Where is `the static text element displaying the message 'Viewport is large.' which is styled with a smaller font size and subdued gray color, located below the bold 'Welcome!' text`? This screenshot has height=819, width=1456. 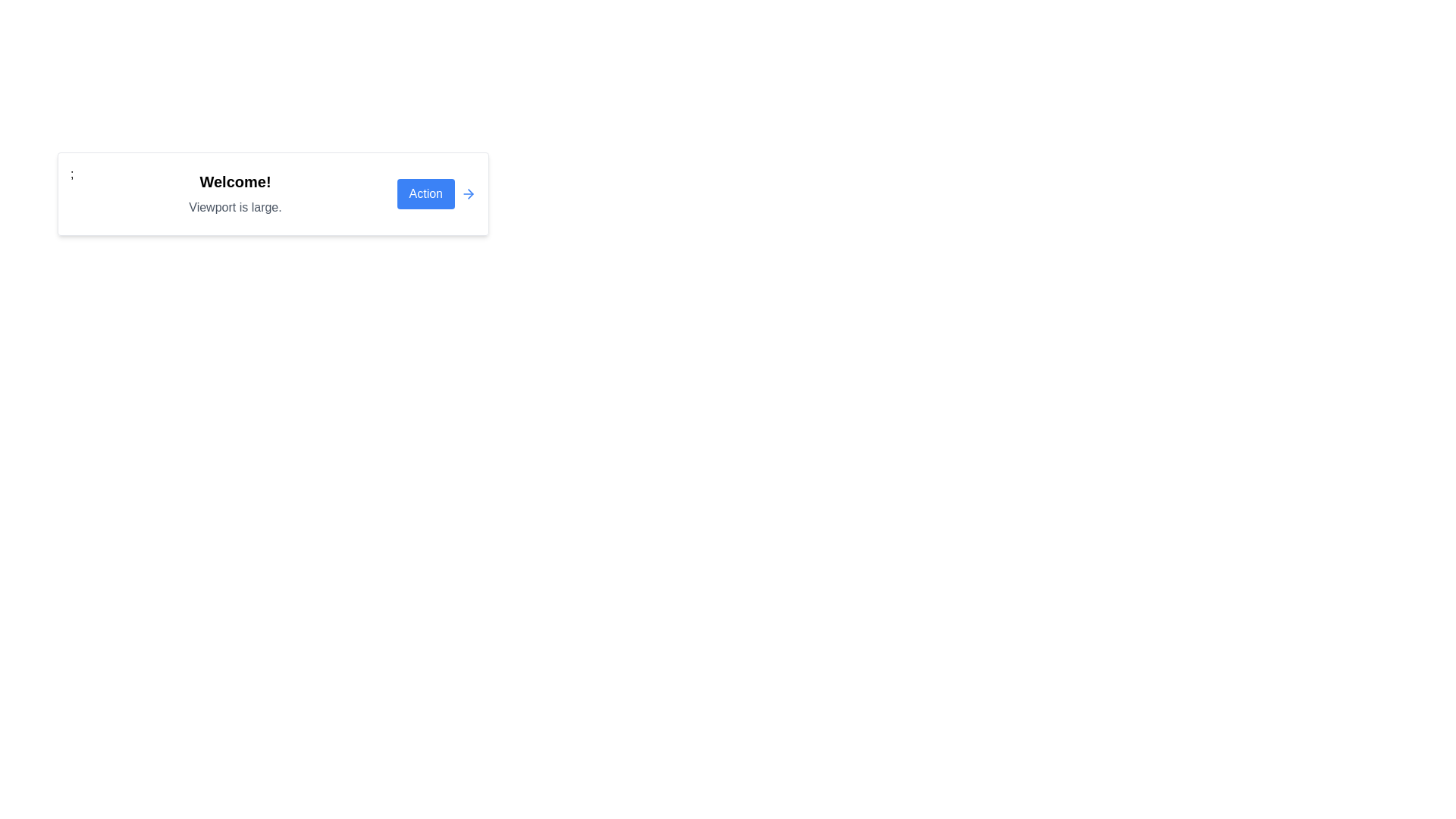
the static text element displaying the message 'Viewport is large.' which is styled with a smaller font size and subdued gray color, located below the bold 'Welcome!' text is located at coordinates (234, 207).